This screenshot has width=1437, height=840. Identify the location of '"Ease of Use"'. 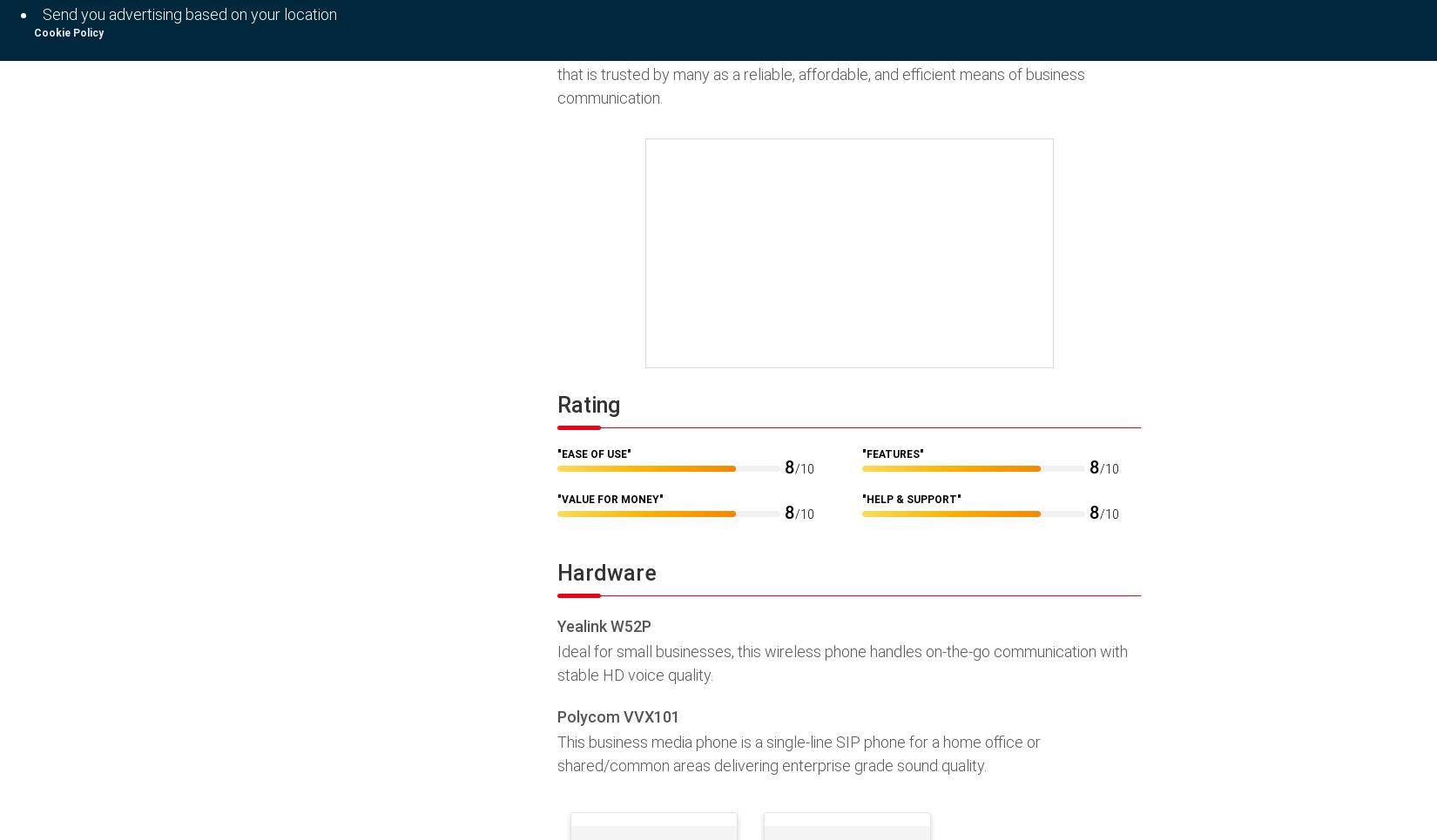
(557, 453).